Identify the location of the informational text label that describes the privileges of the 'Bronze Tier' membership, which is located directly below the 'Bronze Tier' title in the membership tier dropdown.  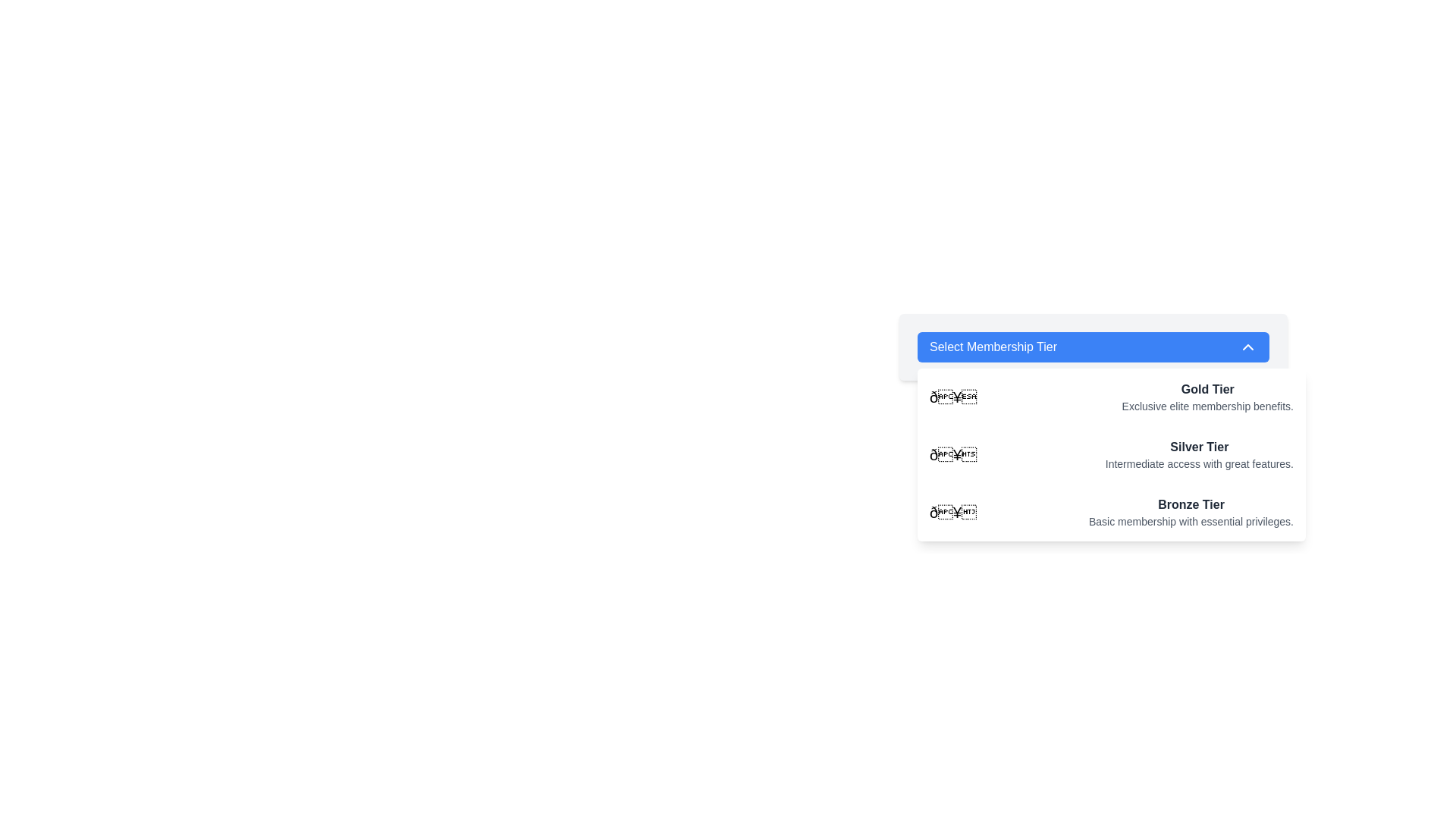
(1190, 520).